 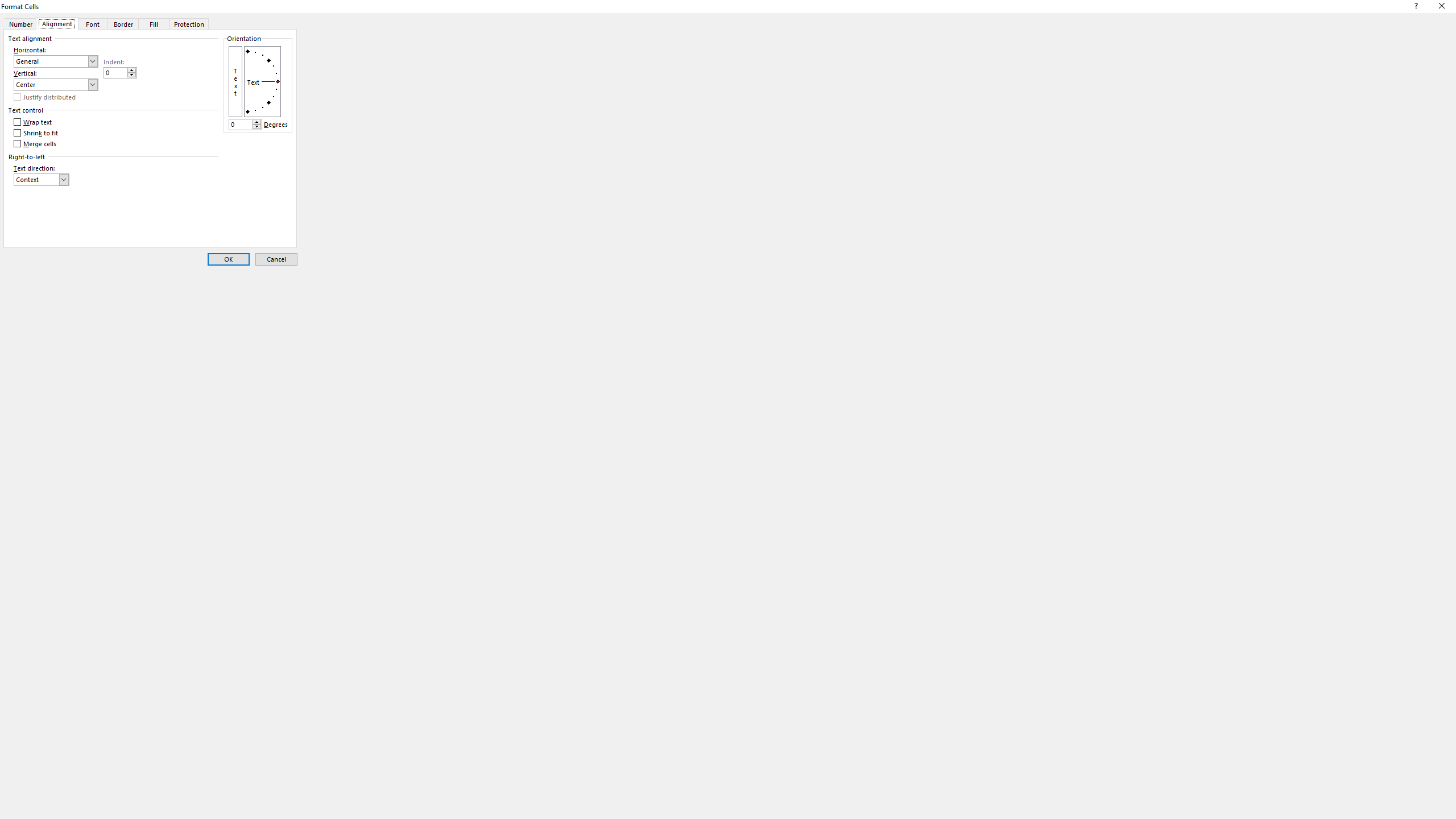 What do you see at coordinates (32, 122) in the screenshot?
I see `'Wrap text'` at bounding box center [32, 122].